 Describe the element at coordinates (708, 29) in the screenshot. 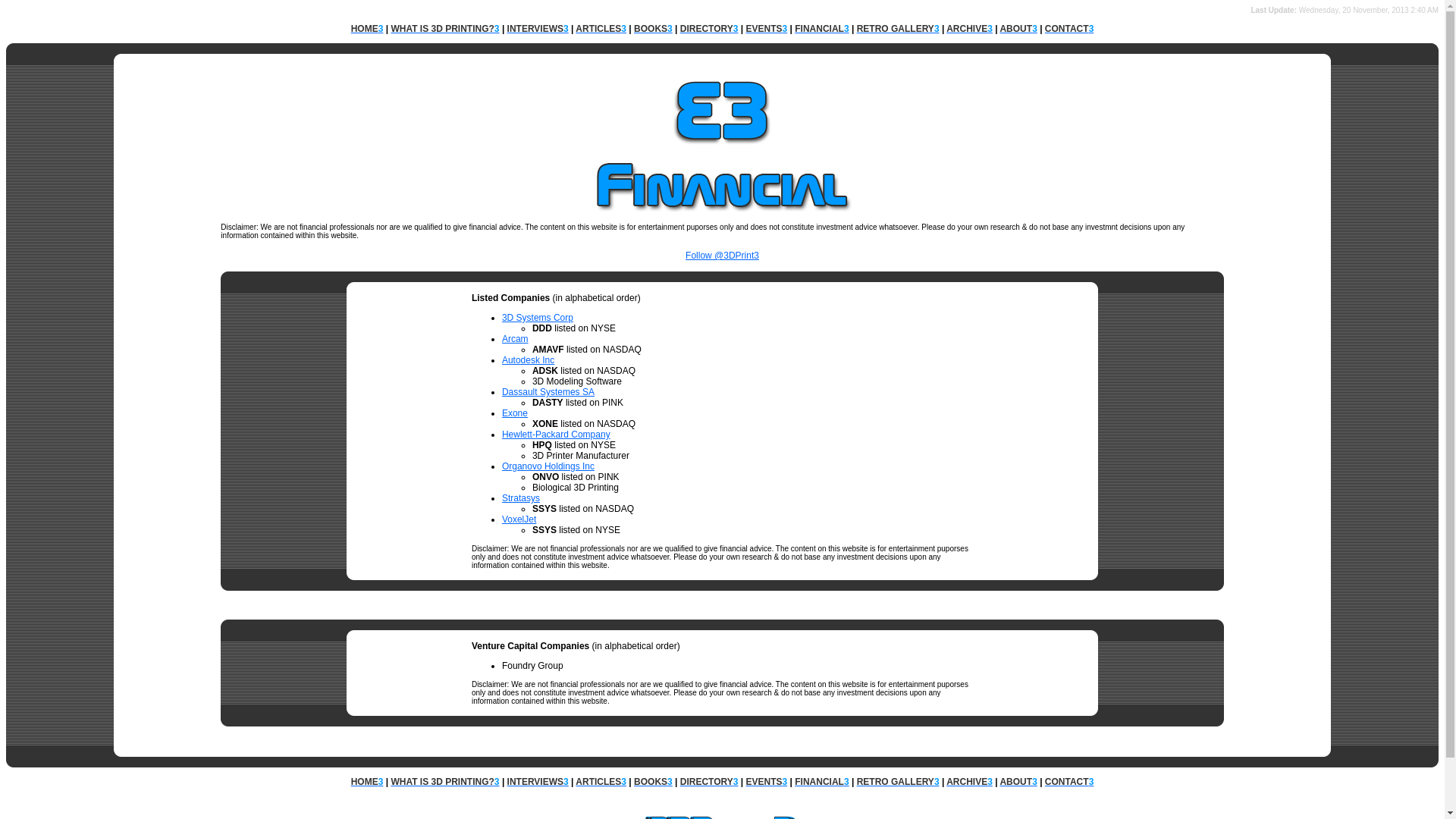

I see `'DIRECTORY3'` at that location.